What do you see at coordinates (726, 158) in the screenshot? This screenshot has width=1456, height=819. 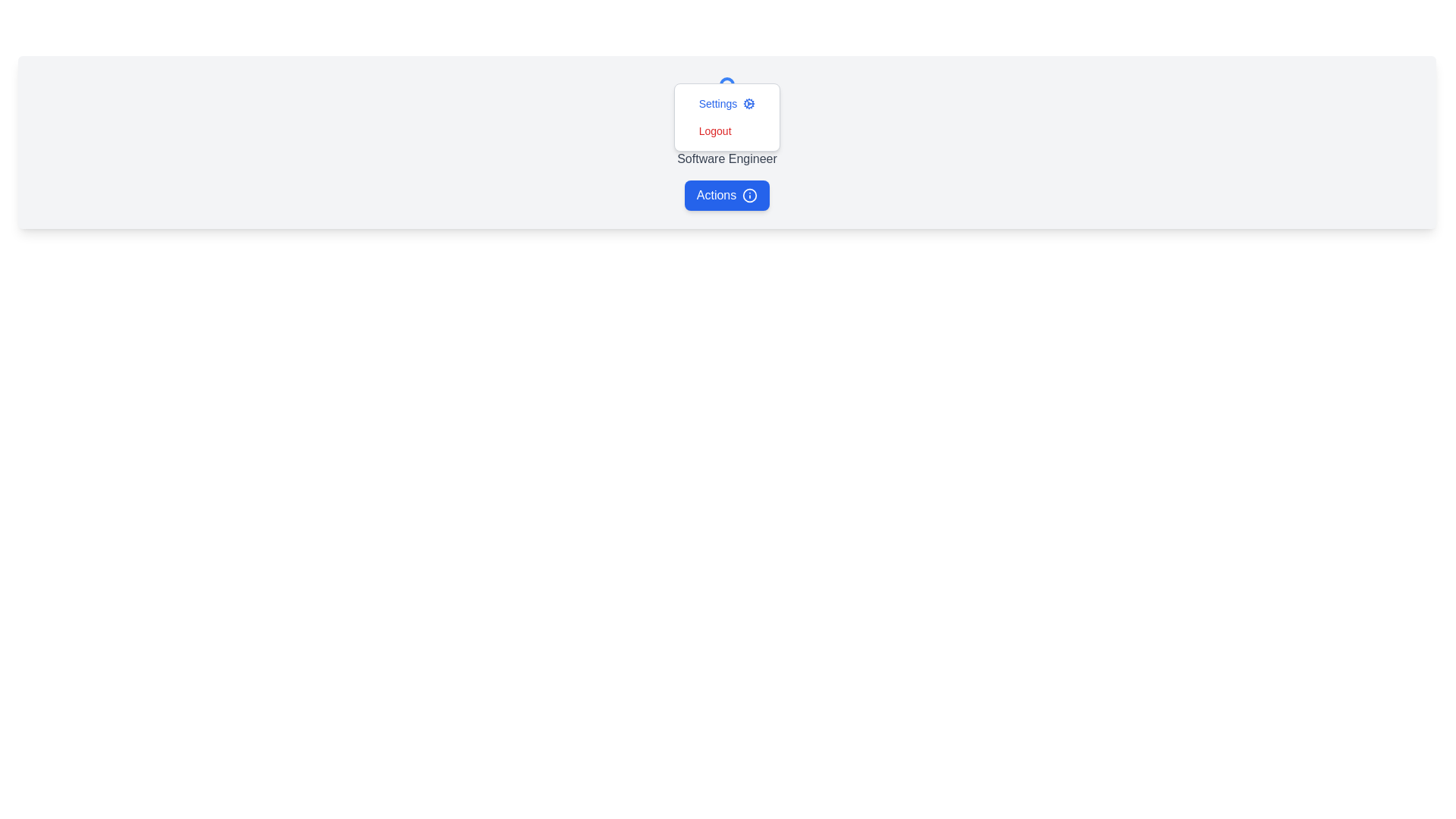 I see `the informational text label displaying the role or designation of the person, located below 'John Doe' and above the 'Actions' button` at bounding box center [726, 158].